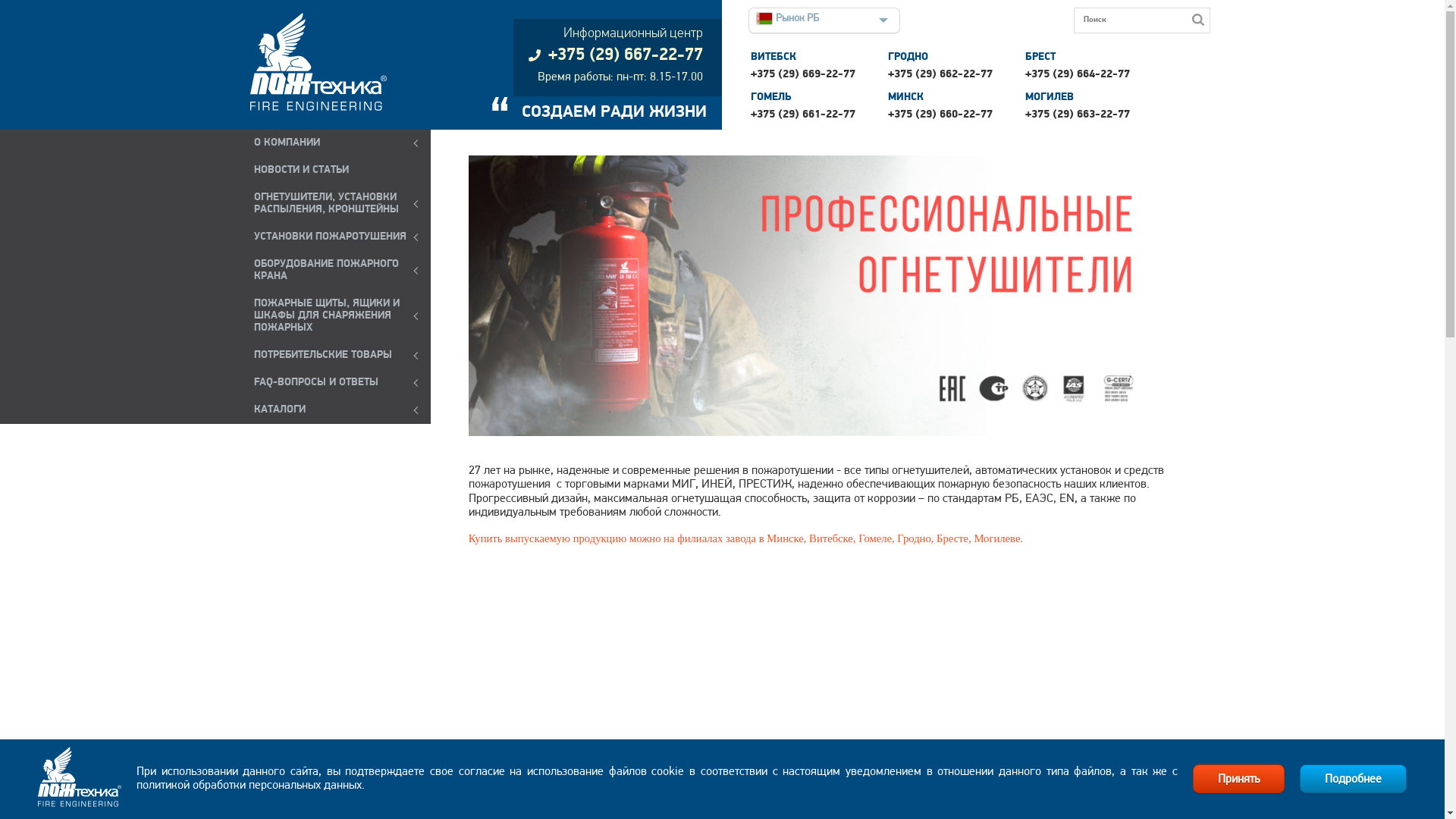 This screenshot has height=819, width=1456. What do you see at coordinates (615, 55) in the screenshot?
I see `'+375 (29) 667-22-77'` at bounding box center [615, 55].